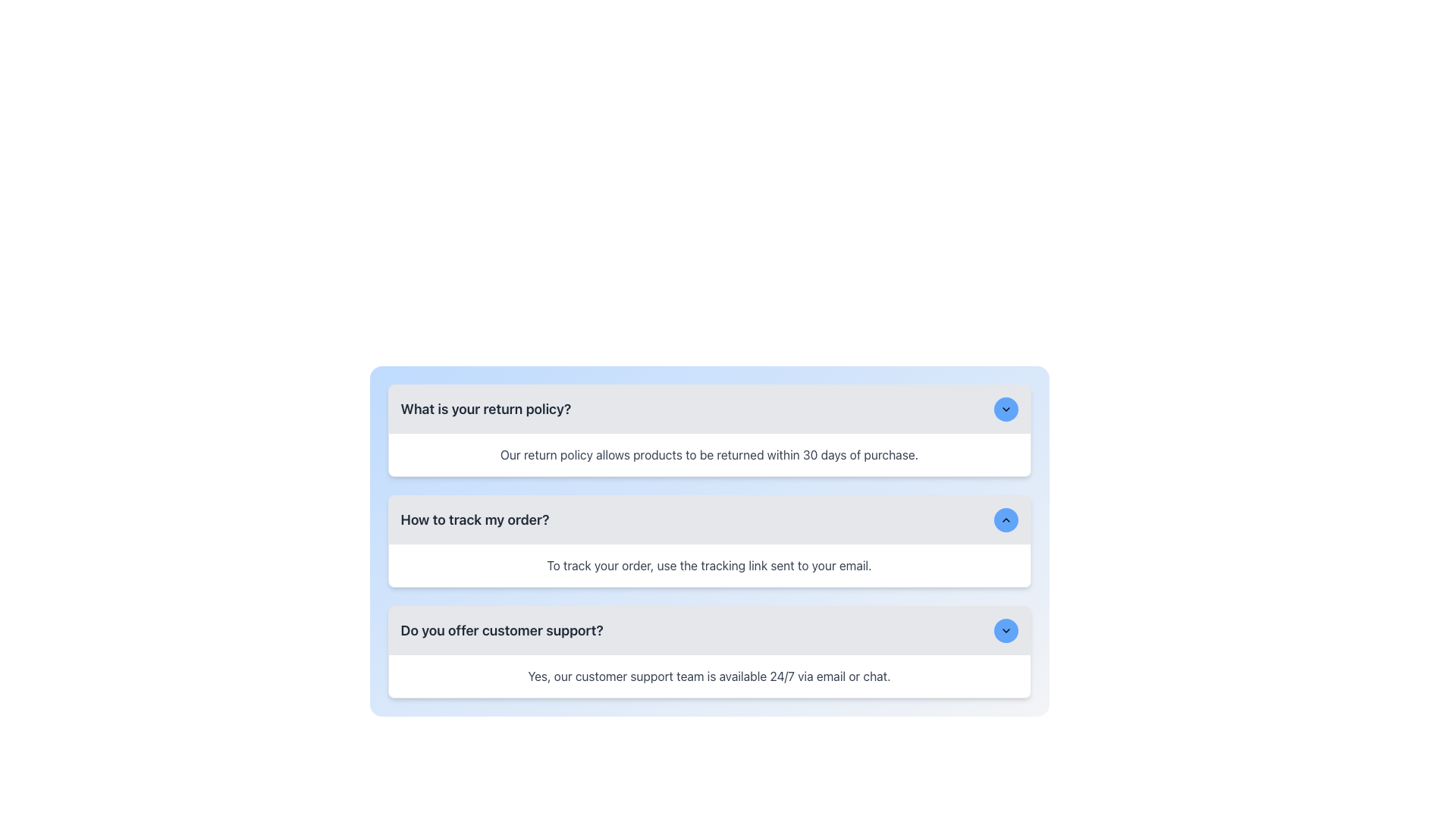 This screenshot has width=1456, height=819. What do you see at coordinates (708, 631) in the screenshot?
I see `the Interactive FAQ button located between the order tracking question and the customer support explanation` at bounding box center [708, 631].